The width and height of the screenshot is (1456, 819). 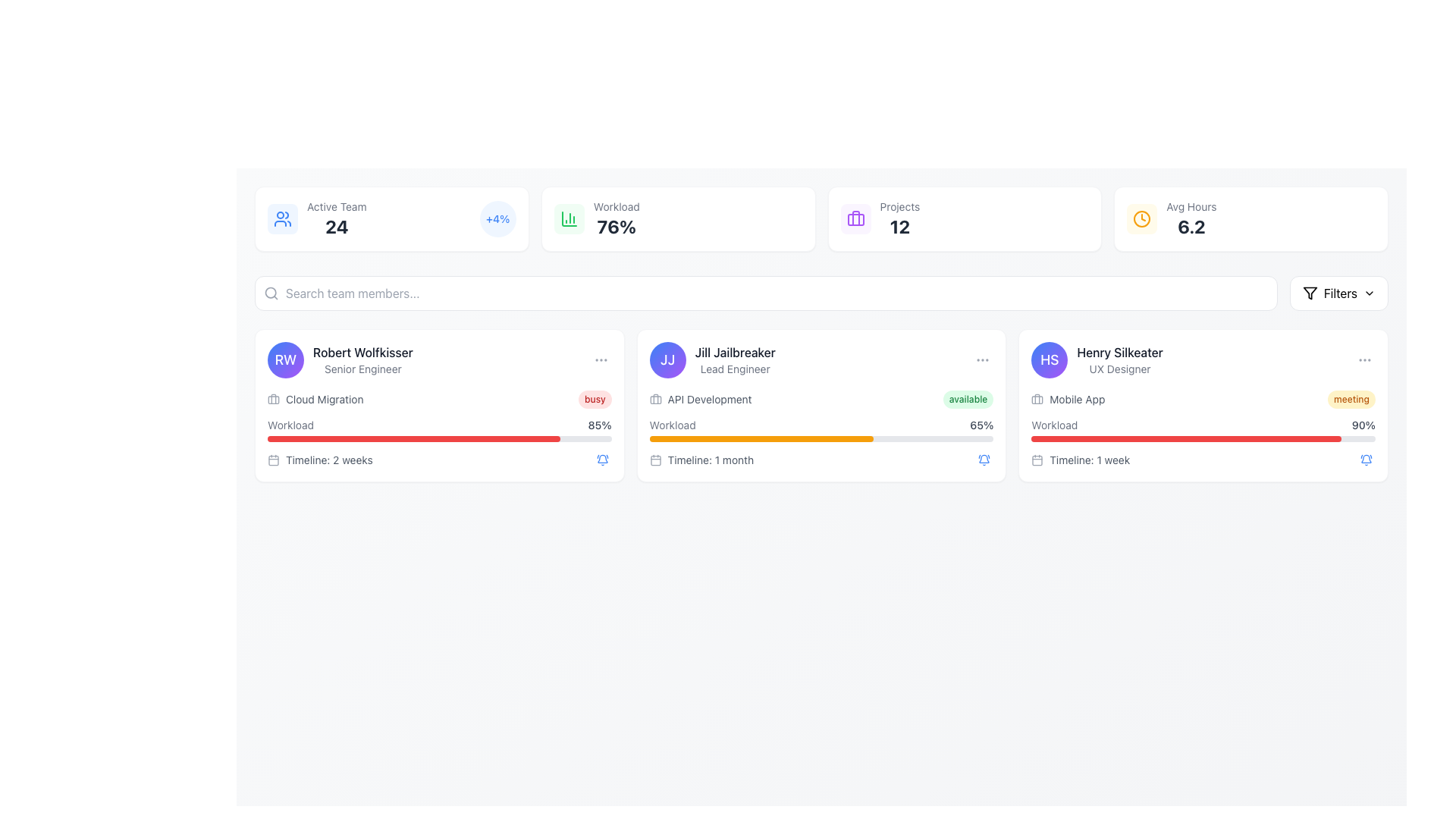 What do you see at coordinates (286, 359) in the screenshot?
I see `the Profile avatar icon featuring the initials 'RW'` at bounding box center [286, 359].